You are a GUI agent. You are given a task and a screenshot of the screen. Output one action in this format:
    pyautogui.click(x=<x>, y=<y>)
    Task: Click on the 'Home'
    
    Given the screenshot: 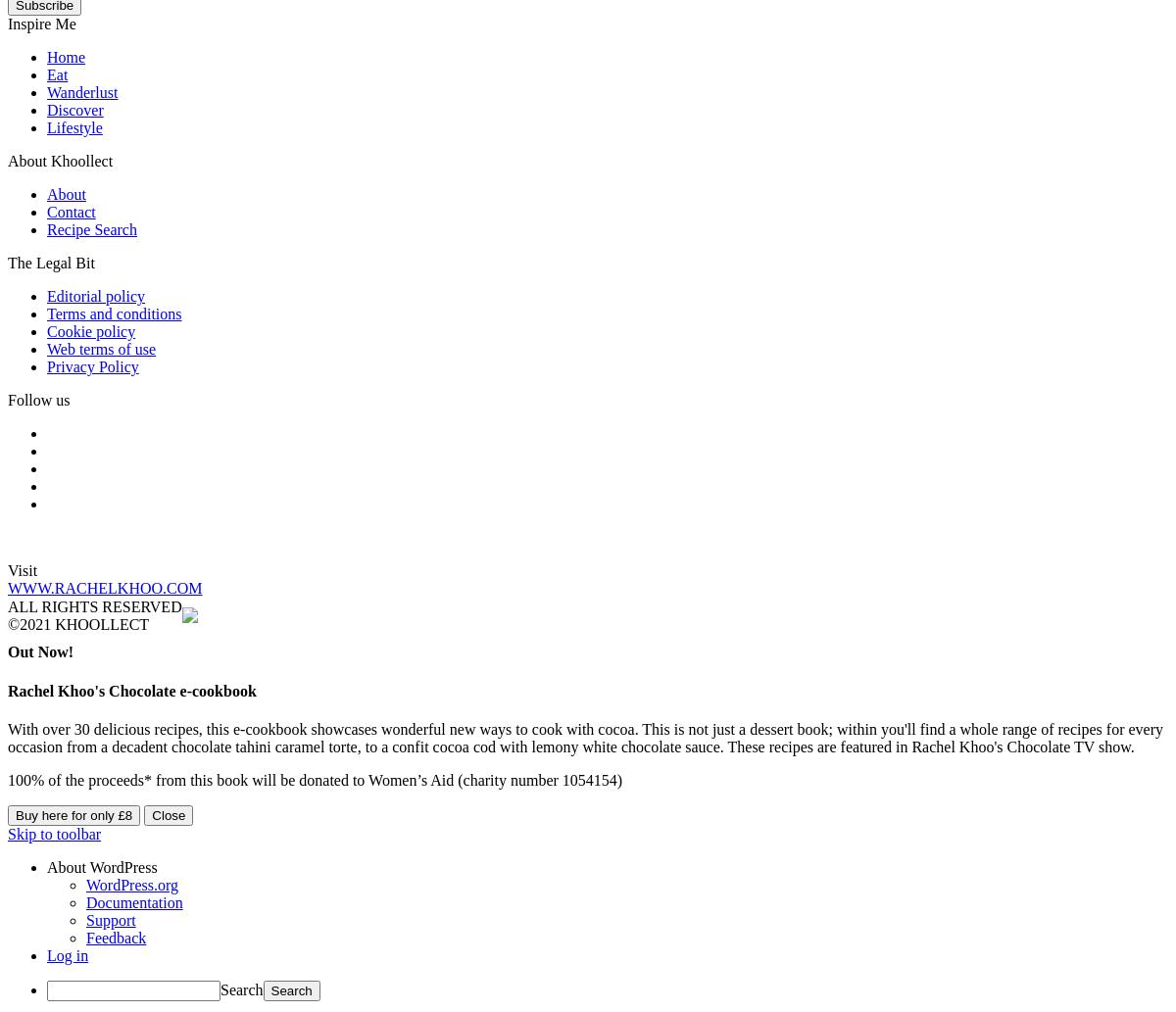 What is the action you would take?
    pyautogui.click(x=66, y=57)
    